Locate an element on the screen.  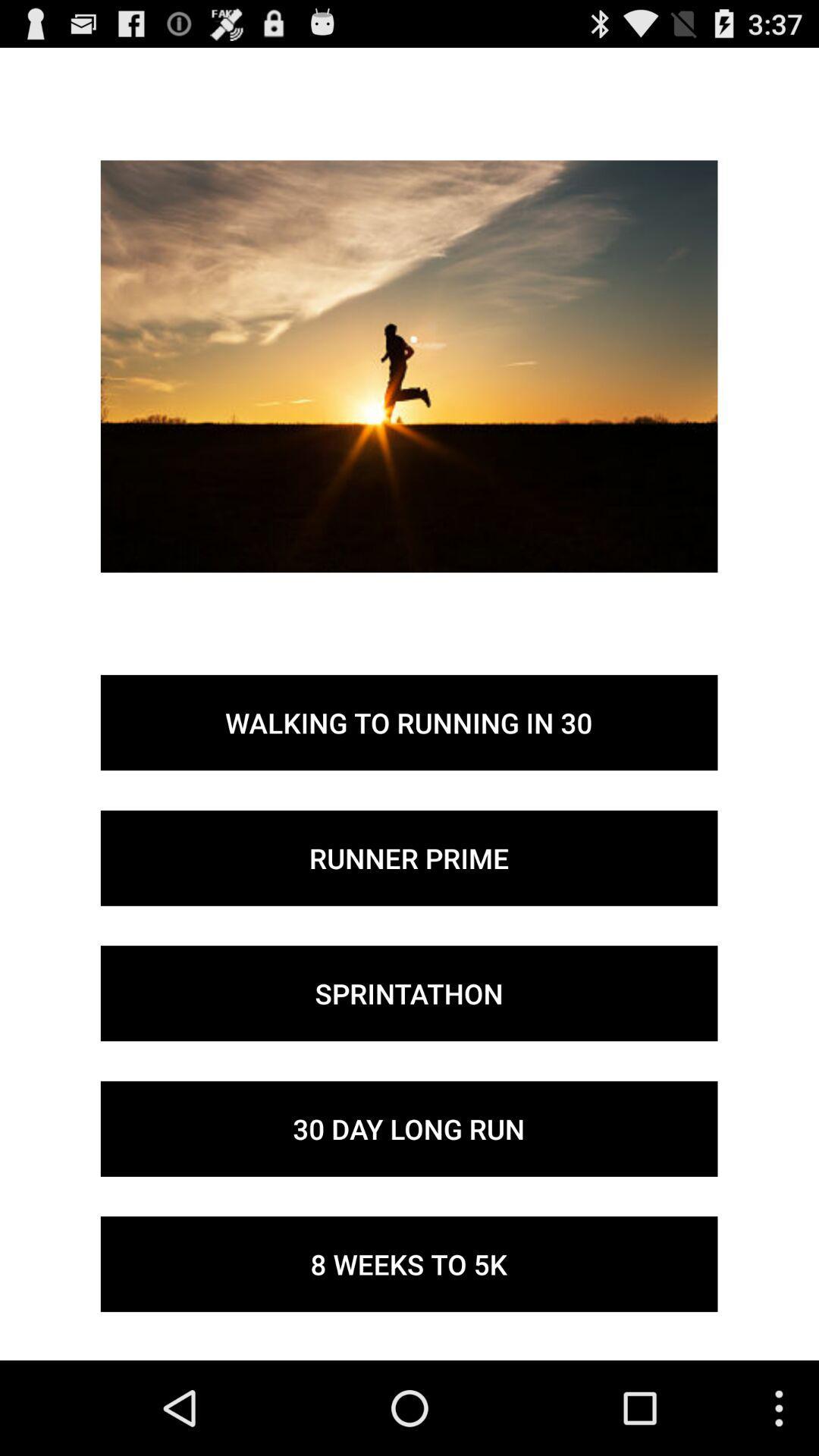
the icon above the runner prime icon is located at coordinates (408, 722).